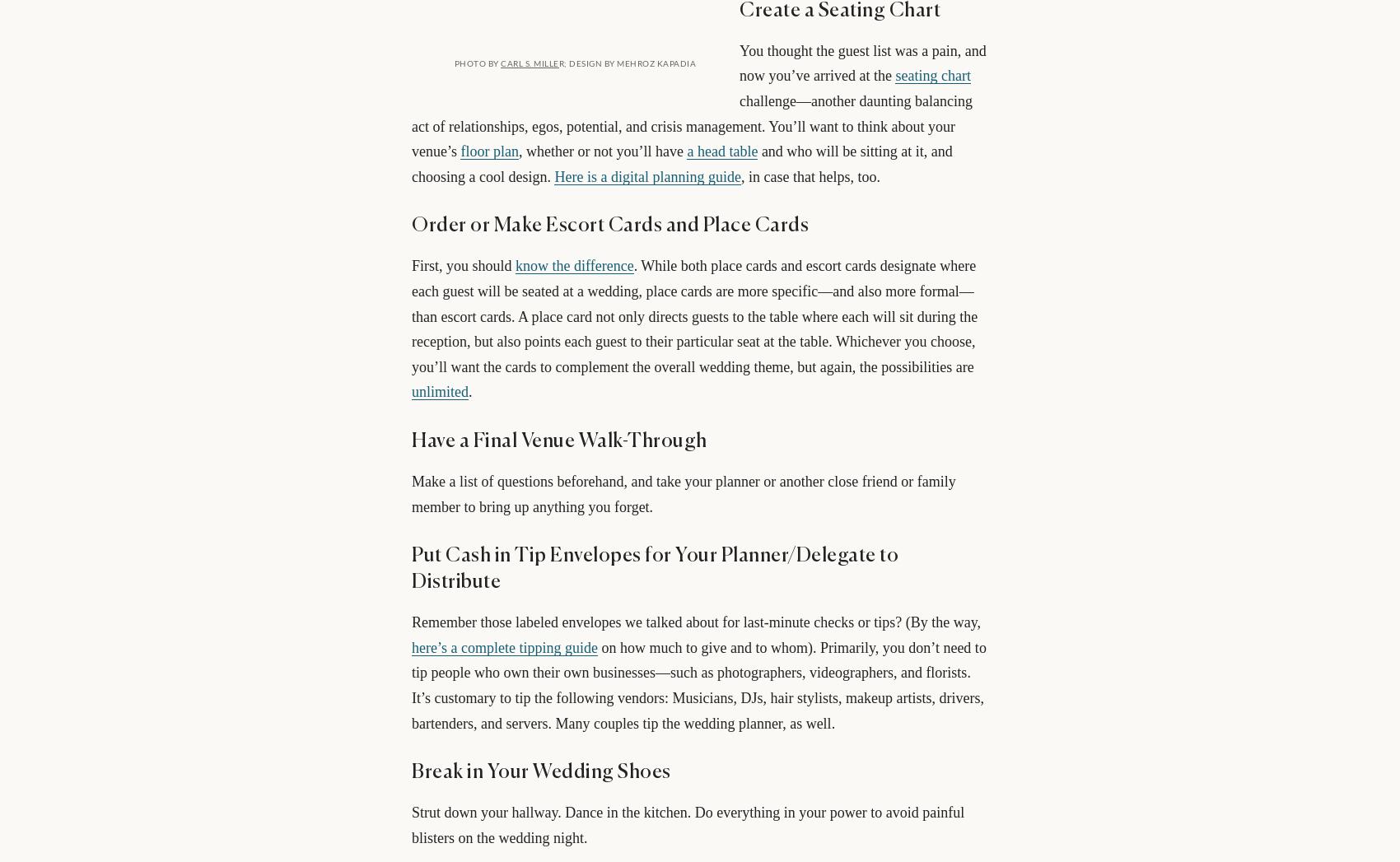  Describe the element at coordinates (488, 151) in the screenshot. I see `'floor plan'` at that location.